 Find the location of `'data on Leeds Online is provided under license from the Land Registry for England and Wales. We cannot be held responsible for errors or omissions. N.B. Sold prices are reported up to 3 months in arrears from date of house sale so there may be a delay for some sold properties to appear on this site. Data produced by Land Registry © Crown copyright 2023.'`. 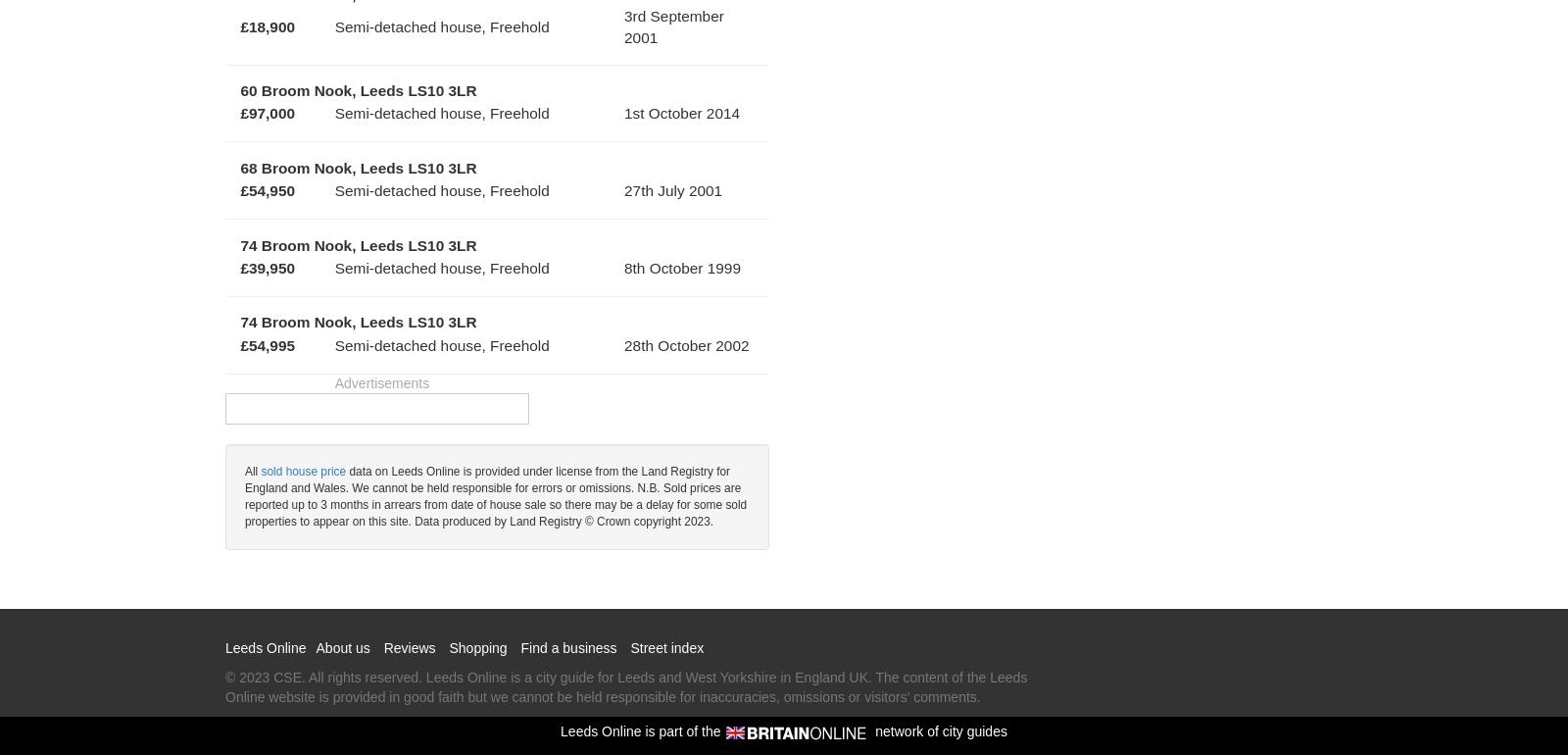

'data on Leeds Online is provided under license from the Land Registry for England and Wales. We cannot be held responsible for errors or omissions. N.B. Sold prices are reported up to 3 months in arrears from date of house sale so there may be a delay for some sold properties to appear on this site. Data produced by Land Registry © Crown copyright 2023.' is located at coordinates (495, 496).